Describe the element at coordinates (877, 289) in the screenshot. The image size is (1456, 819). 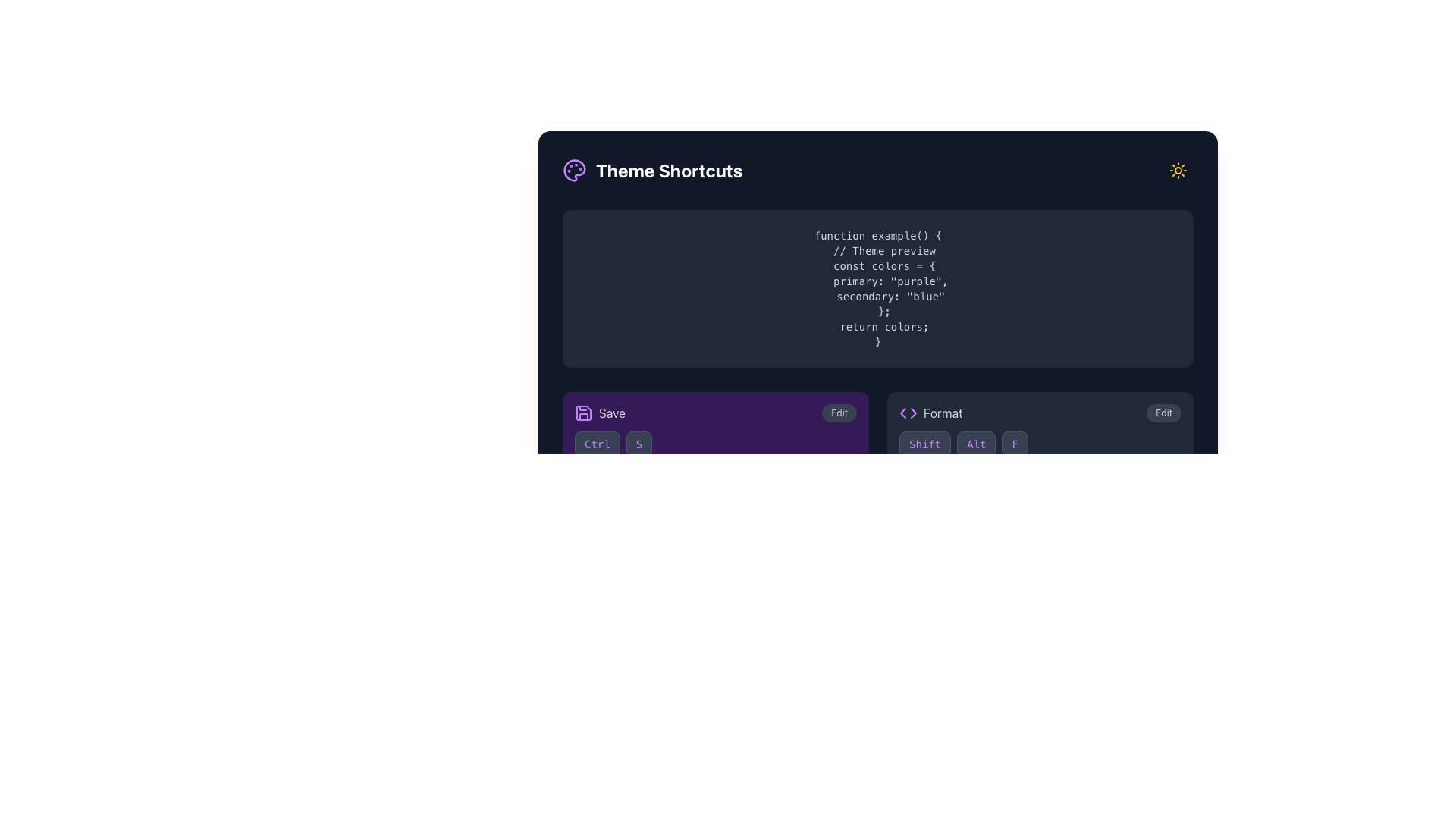
I see `the Static text display containing JavaScript code by navigating to inspect it` at that location.